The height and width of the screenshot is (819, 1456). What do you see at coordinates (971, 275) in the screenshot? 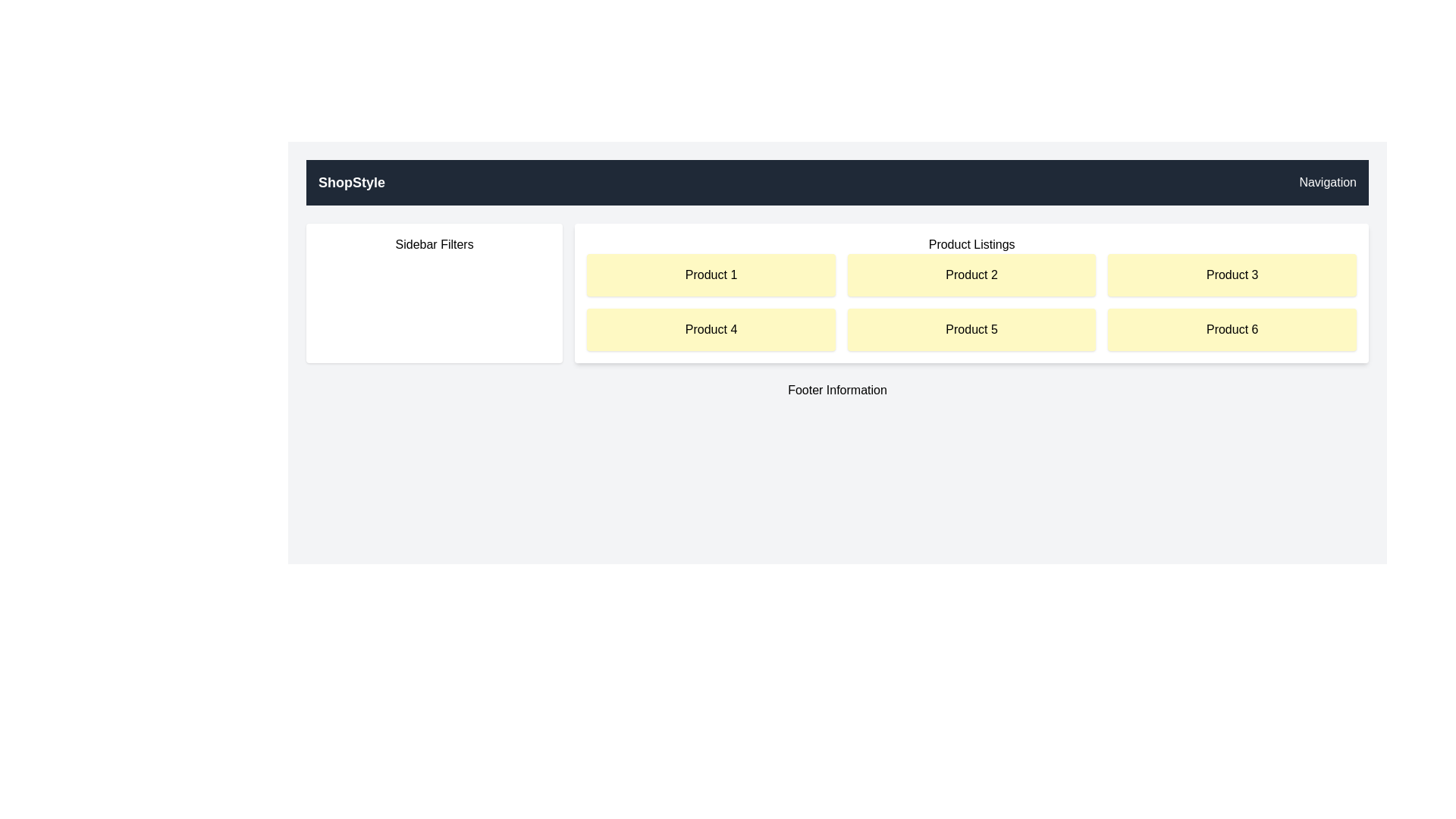
I see `the Text Label displaying information about 'Product 2', which is located in the first row and second column of the grid layout` at bounding box center [971, 275].